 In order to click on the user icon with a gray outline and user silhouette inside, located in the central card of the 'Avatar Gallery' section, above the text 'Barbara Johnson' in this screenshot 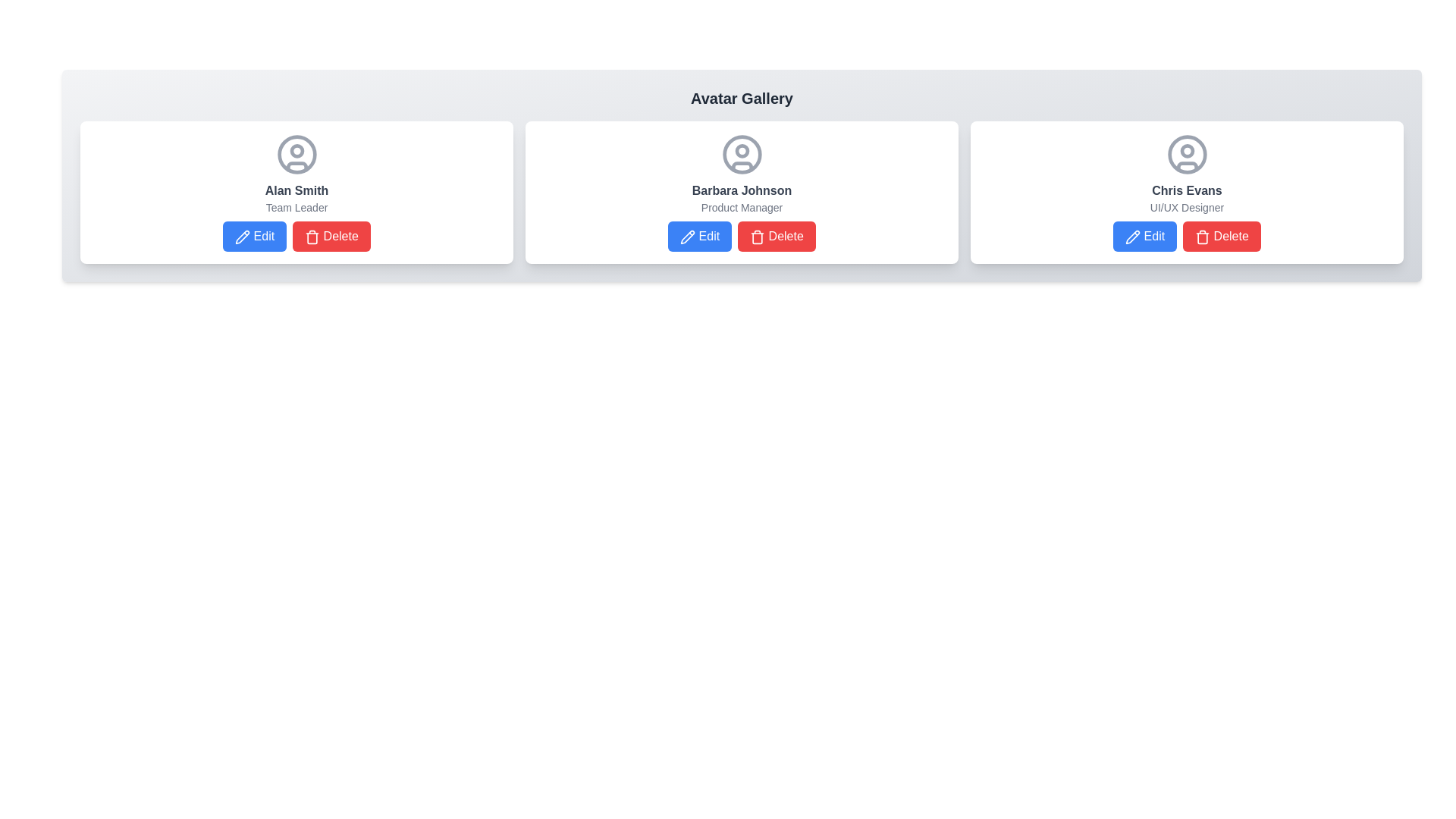, I will do `click(742, 155)`.